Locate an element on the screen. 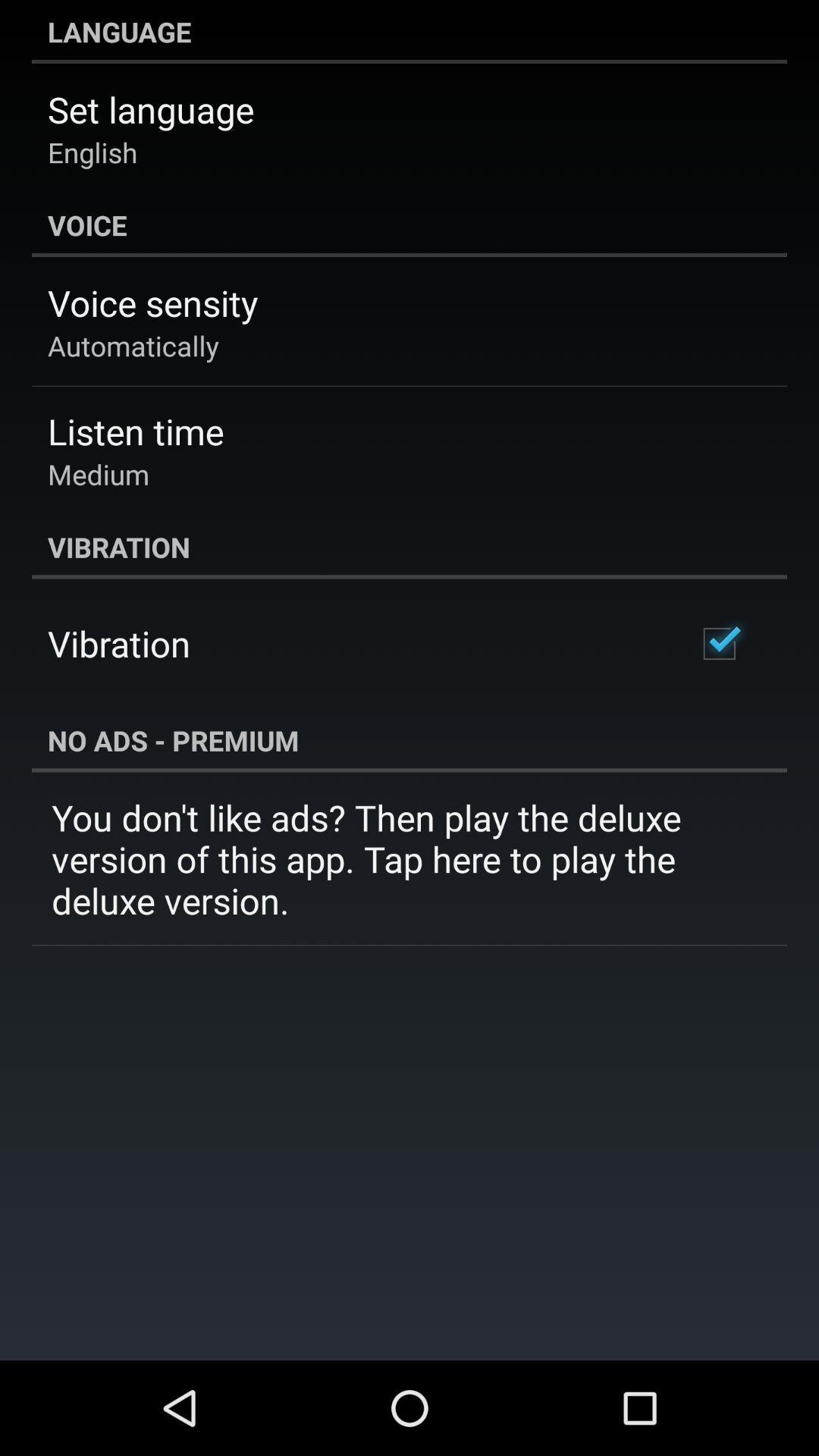 Image resolution: width=819 pixels, height=1456 pixels. the you don t app is located at coordinates (409, 858).